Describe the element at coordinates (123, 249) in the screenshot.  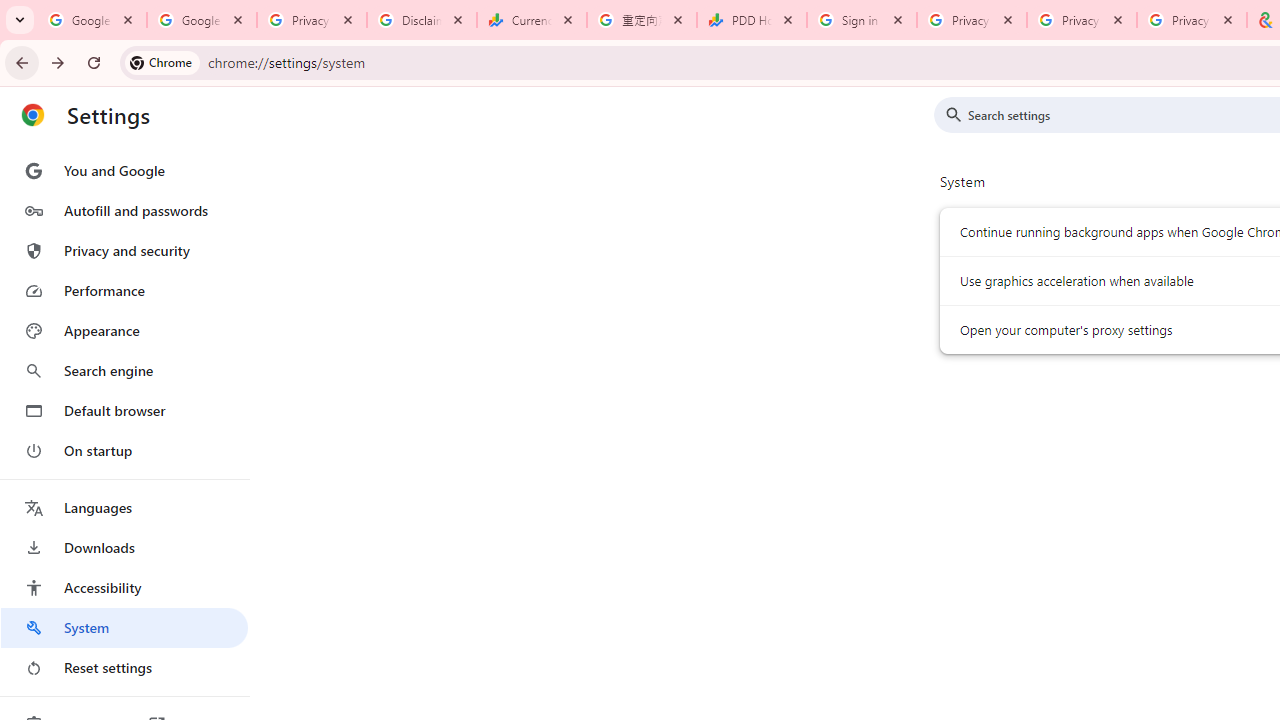
I see `'Privacy and security'` at that location.